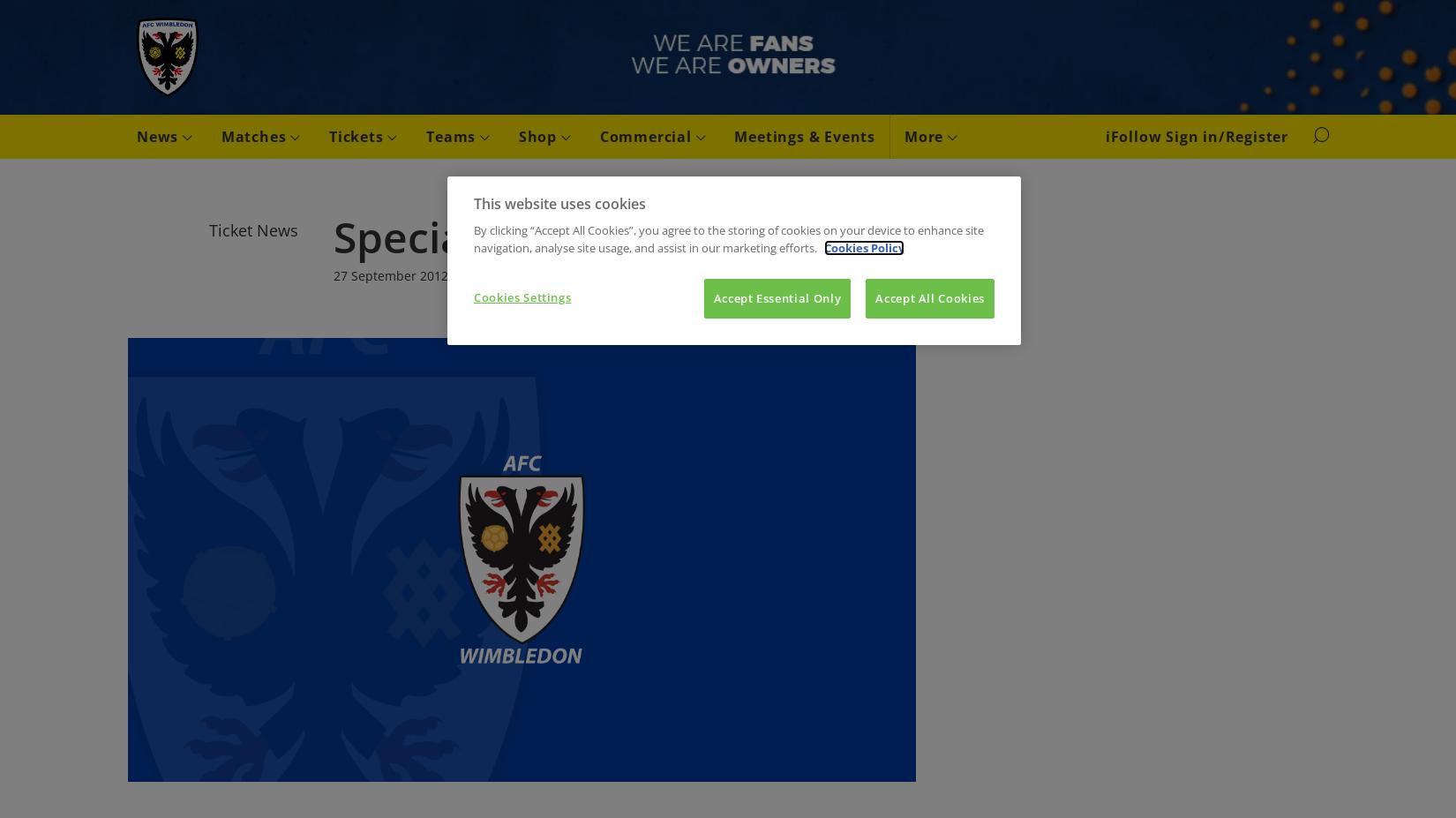 This screenshot has height=818, width=1456. I want to click on 'News', so click(160, 135).